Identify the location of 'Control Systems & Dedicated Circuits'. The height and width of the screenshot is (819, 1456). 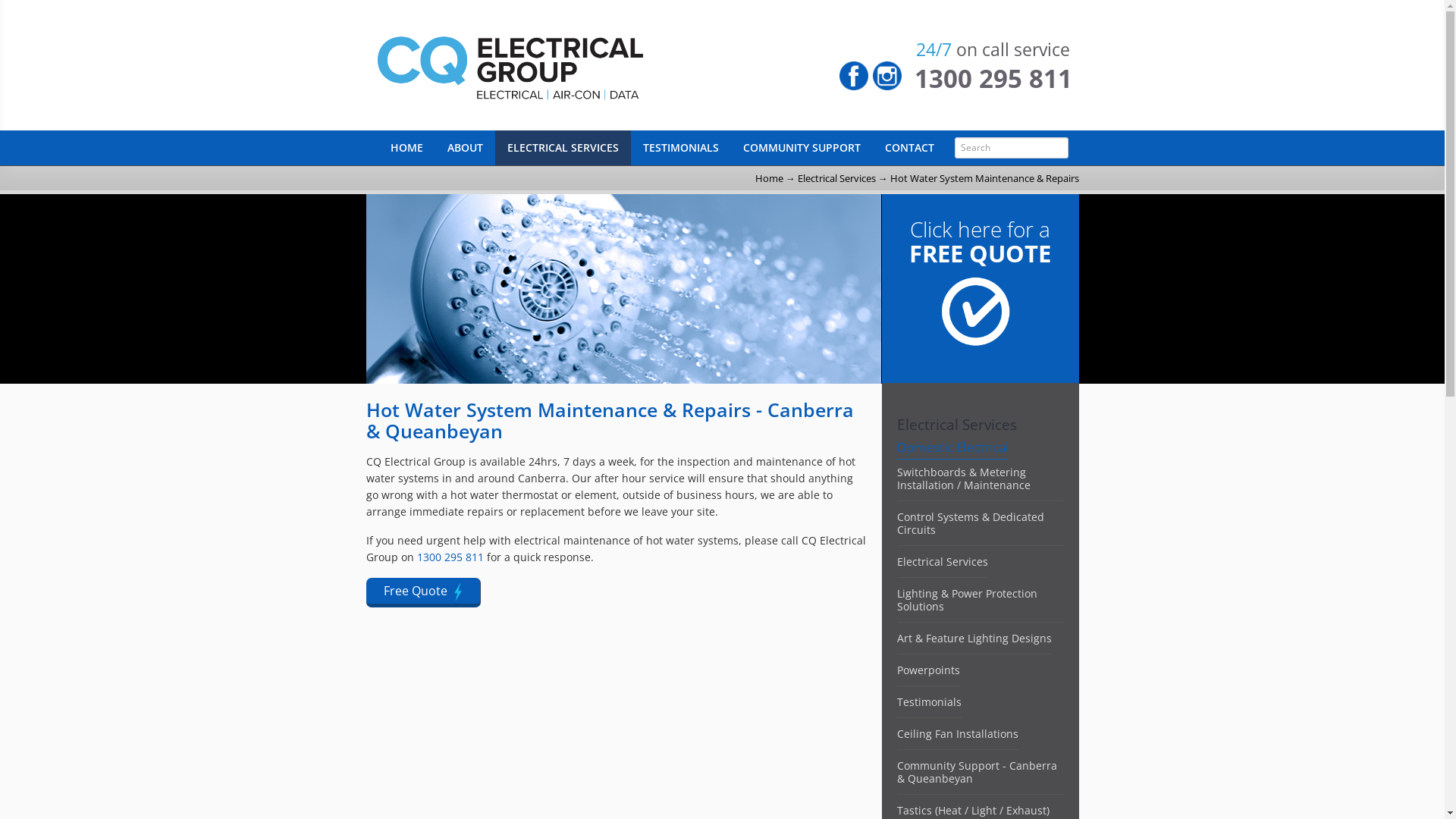
(968, 522).